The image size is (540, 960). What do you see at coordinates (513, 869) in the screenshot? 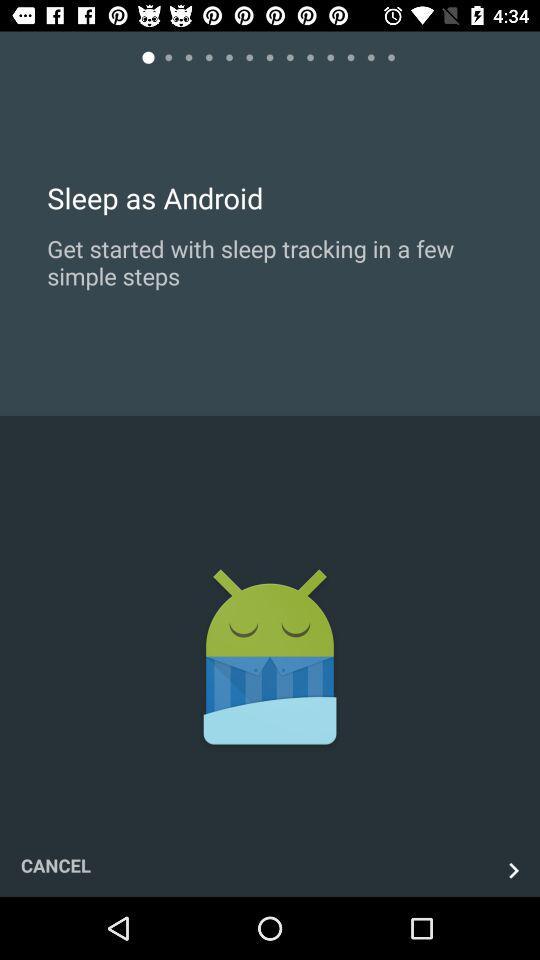
I see `the arrow_forward icon` at bounding box center [513, 869].